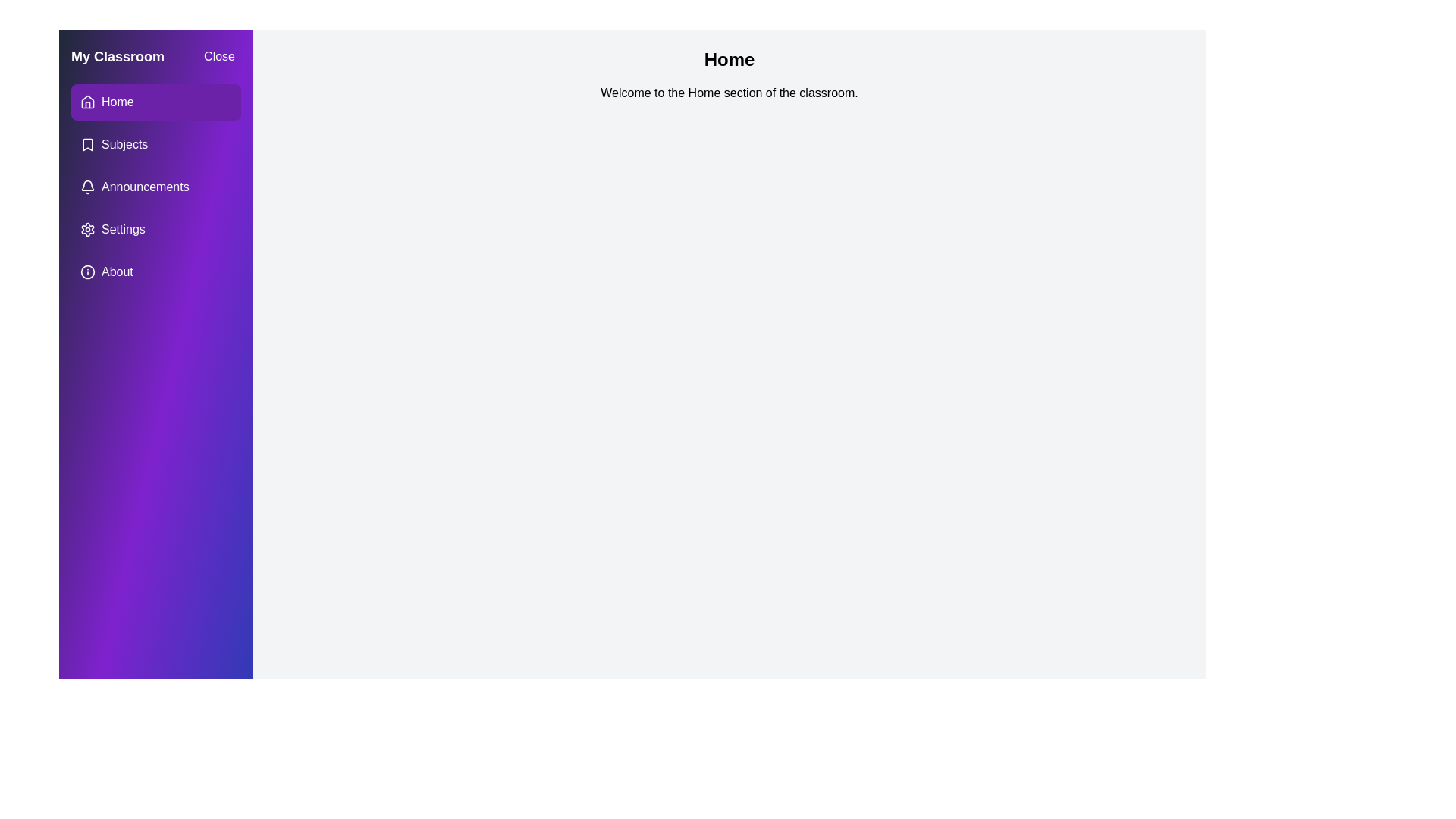 The image size is (1456, 819). I want to click on the 'Close' button to toggle the drawer visibility, so click(218, 55).